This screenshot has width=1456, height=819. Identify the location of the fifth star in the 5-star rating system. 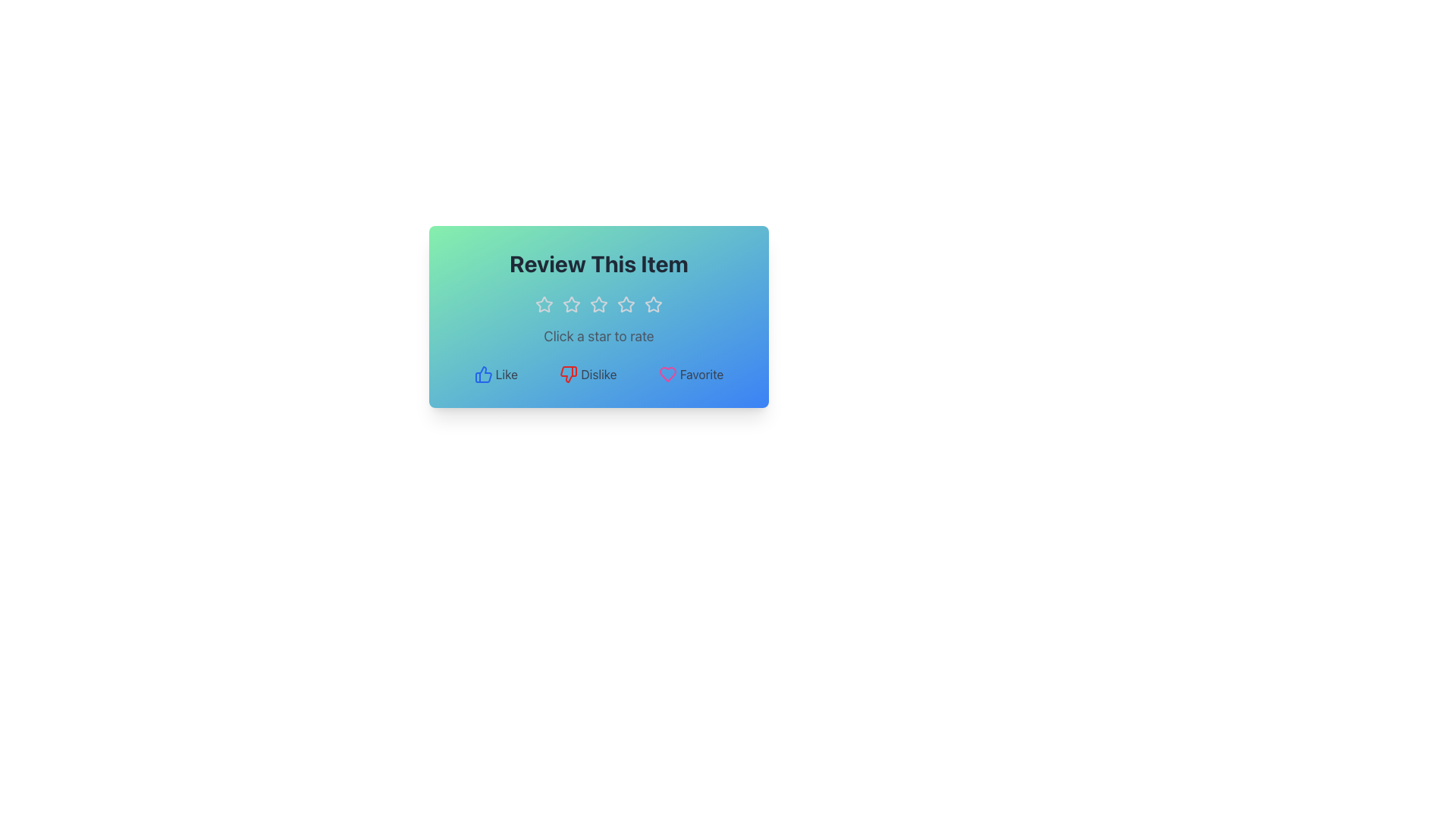
(654, 304).